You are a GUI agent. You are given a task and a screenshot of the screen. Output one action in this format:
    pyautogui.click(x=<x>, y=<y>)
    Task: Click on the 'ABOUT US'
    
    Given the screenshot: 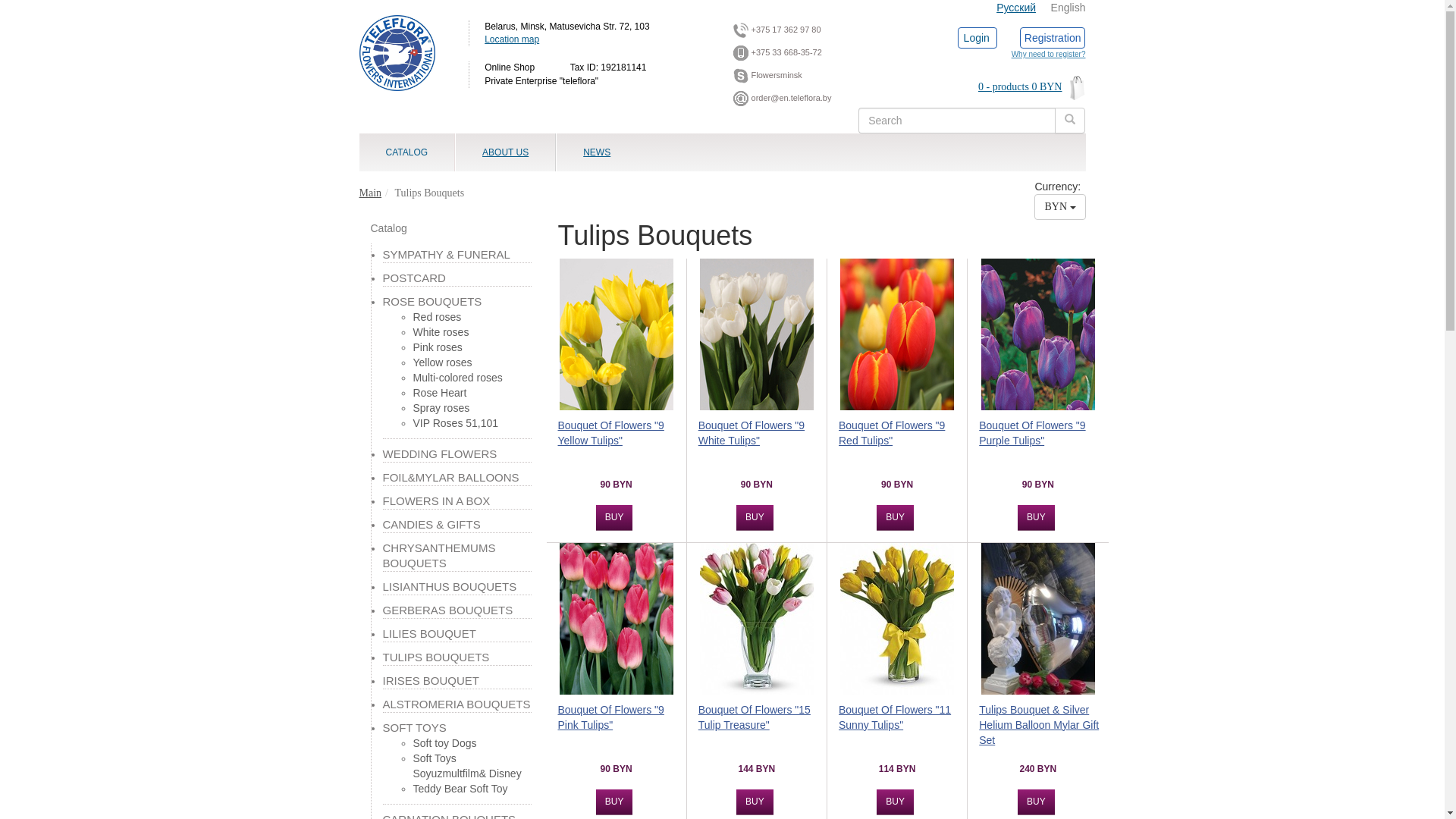 What is the action you would take?
    pyautogui.click(x=505, y=152)
    